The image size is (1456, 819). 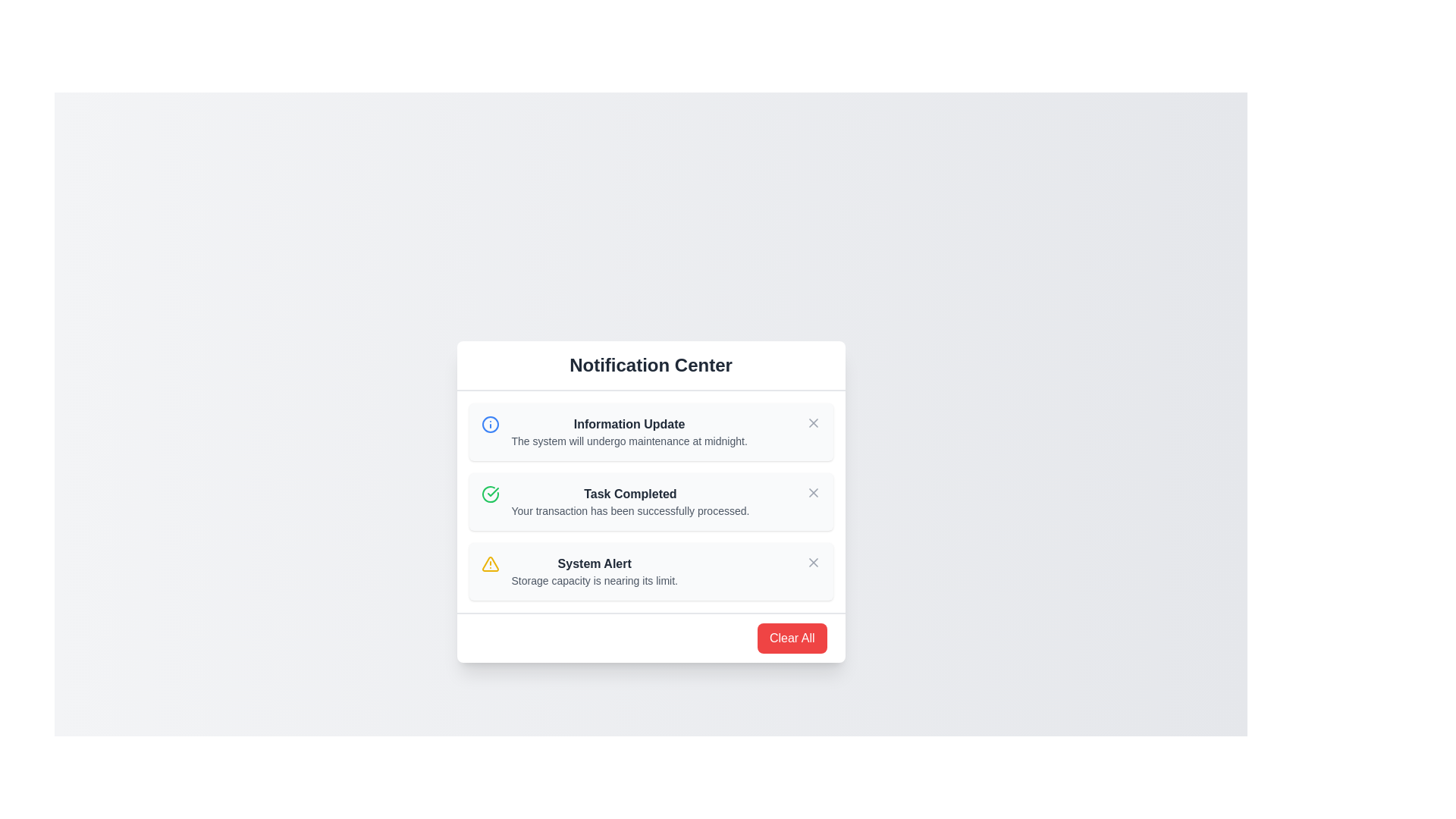 I want to click on the informational icon in the 'Information Update' notification within the 'Notification Center' popup, located at the top-left corner next to the bold text 'Information Update', so click(x=490, y=424).